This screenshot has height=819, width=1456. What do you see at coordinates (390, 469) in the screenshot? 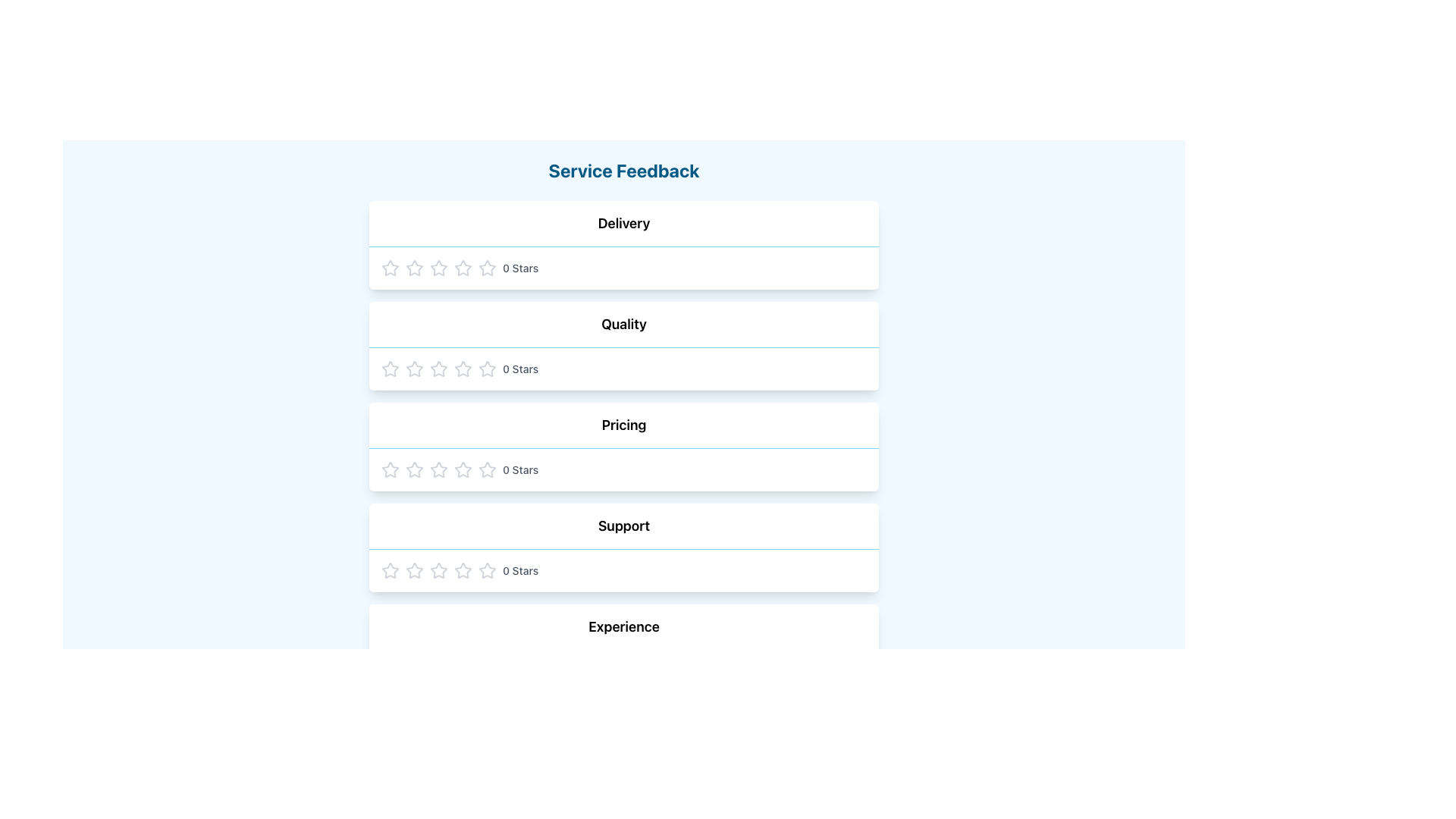
I see `the first star icon in the 'Pricing' section of the feedback form to rate it` at bounding box center [390, 469].